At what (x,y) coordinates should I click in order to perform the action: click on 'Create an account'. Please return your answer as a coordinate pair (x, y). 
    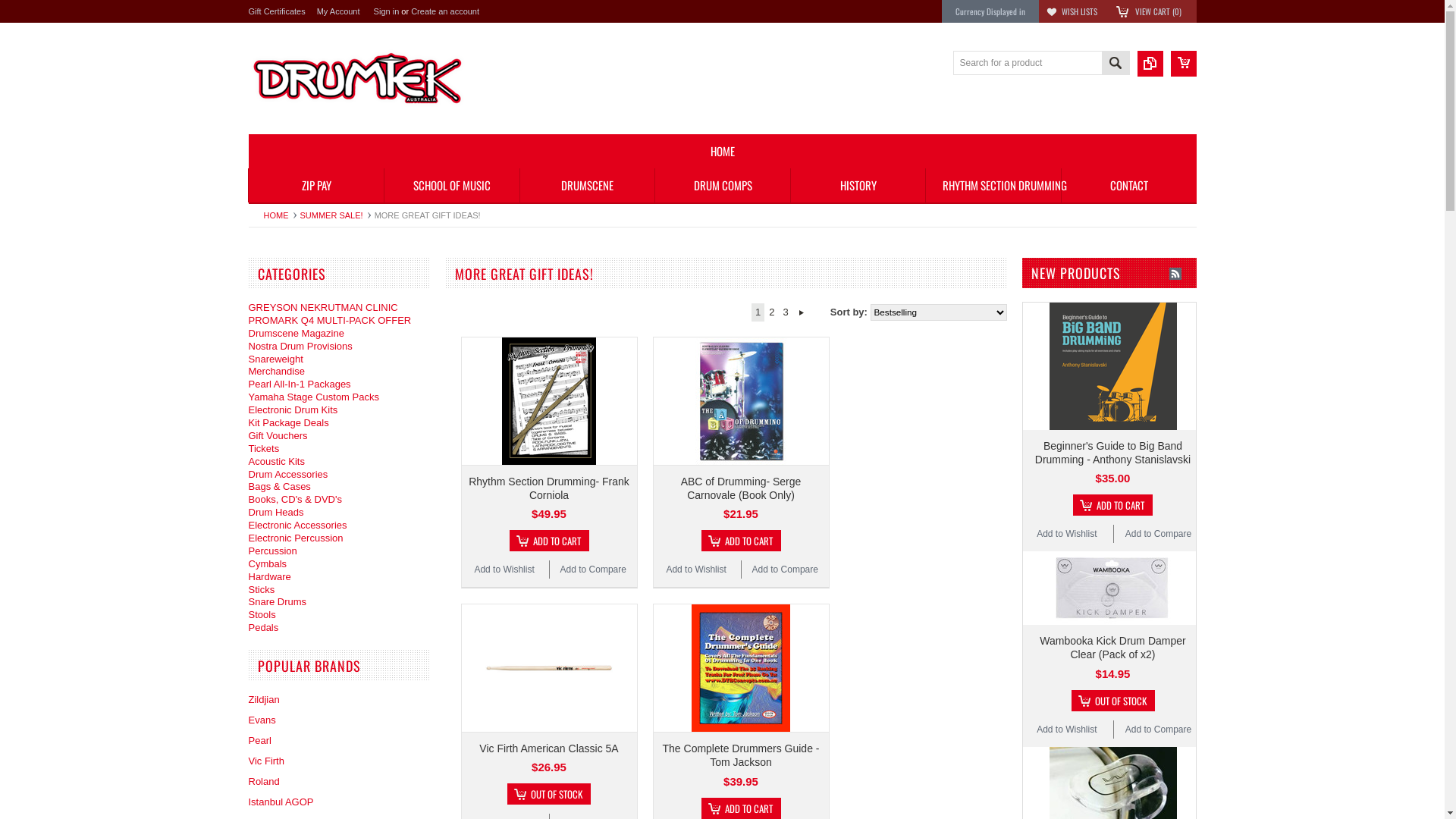
    Looking at the image, I should click on (444, 11).